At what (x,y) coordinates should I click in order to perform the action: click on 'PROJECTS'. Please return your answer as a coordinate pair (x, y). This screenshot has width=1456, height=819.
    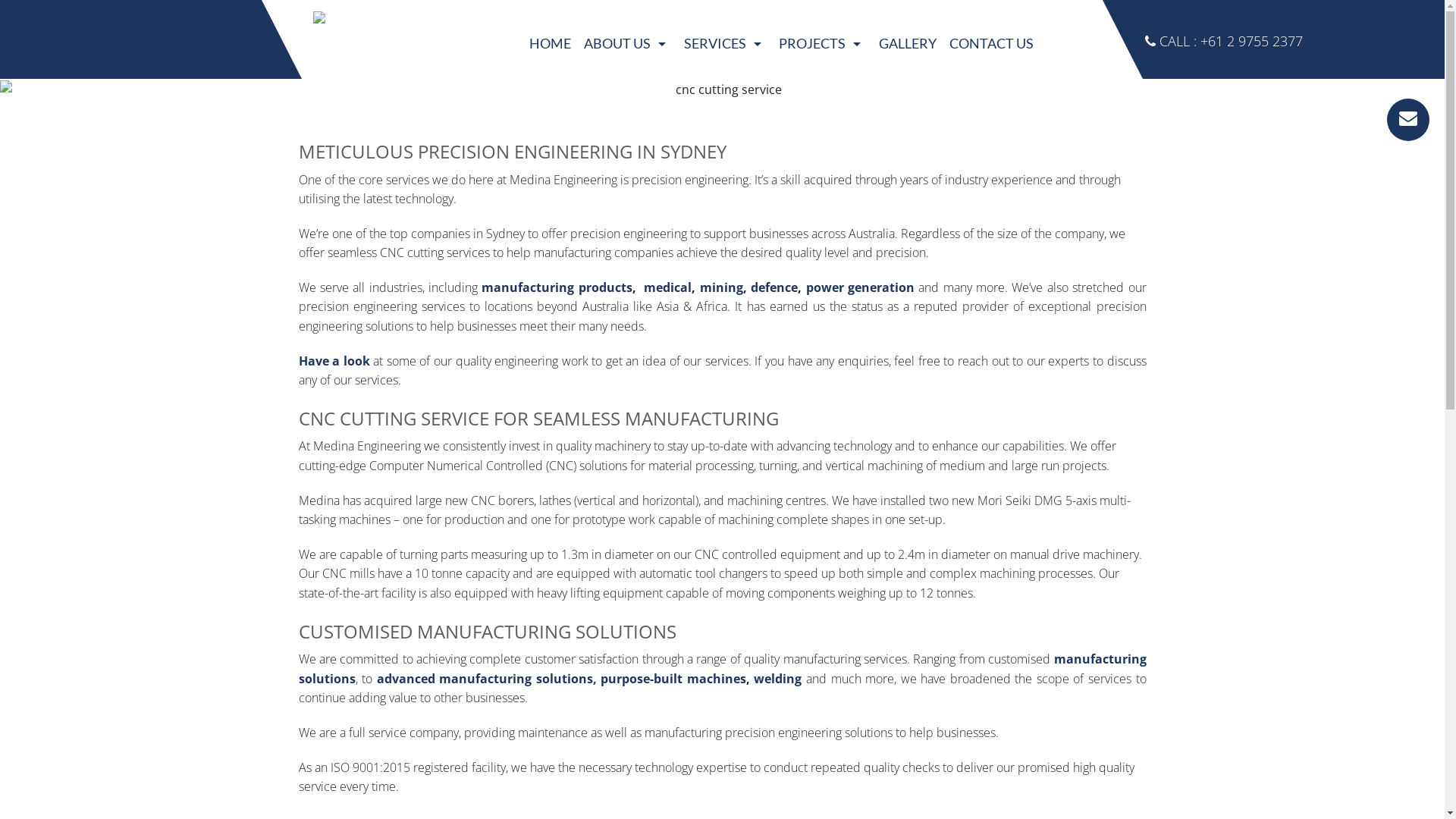
    Looking at the image, I should click on (821, 42).